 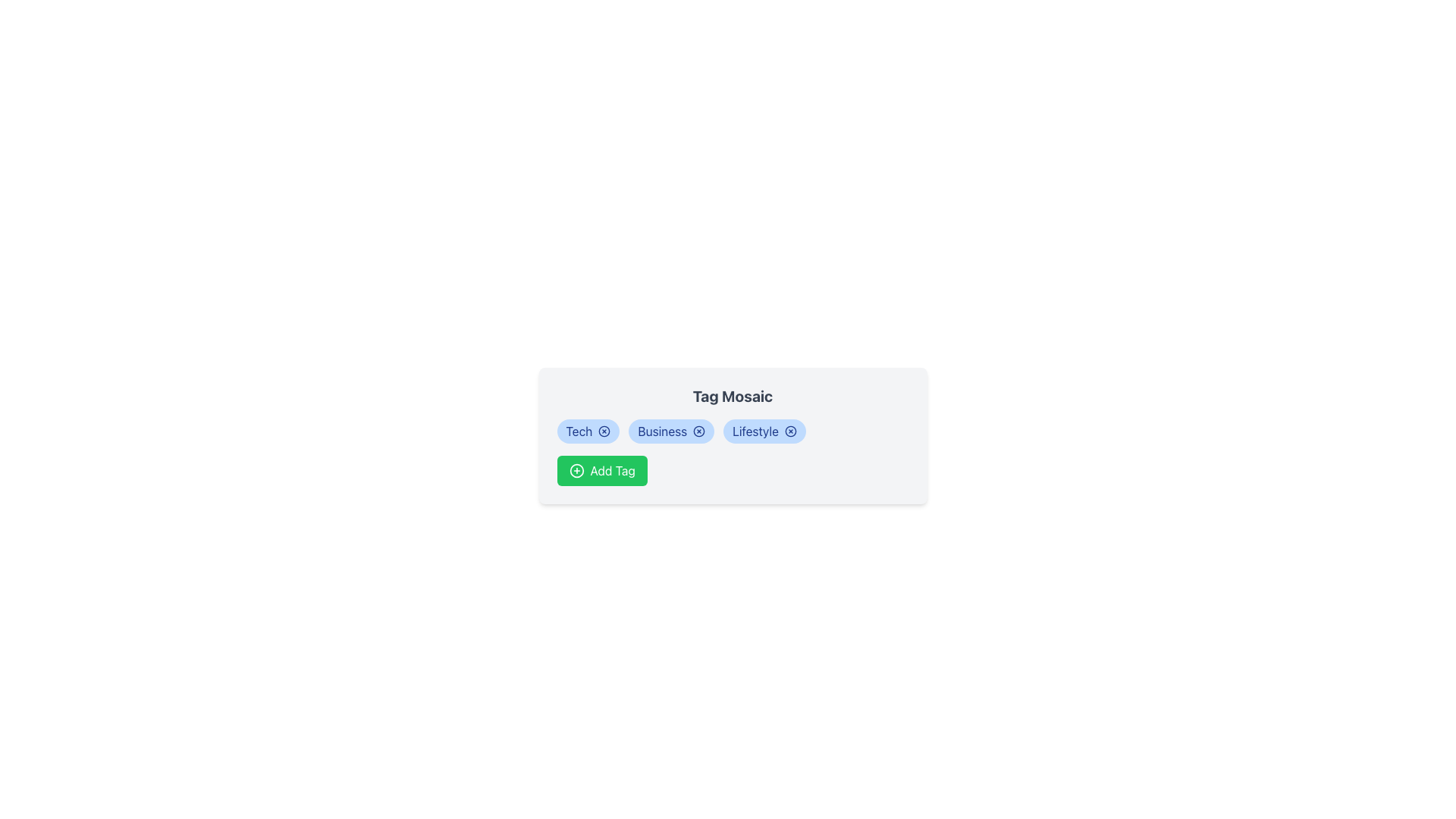 What do you see at coordinates (576, 470) in the screenshot?
I see `the circular icon with a plus sign inside, which is located within the green 'Add Tag' button at the bottom of the card-like UI section` at bounding box center [576, 470].